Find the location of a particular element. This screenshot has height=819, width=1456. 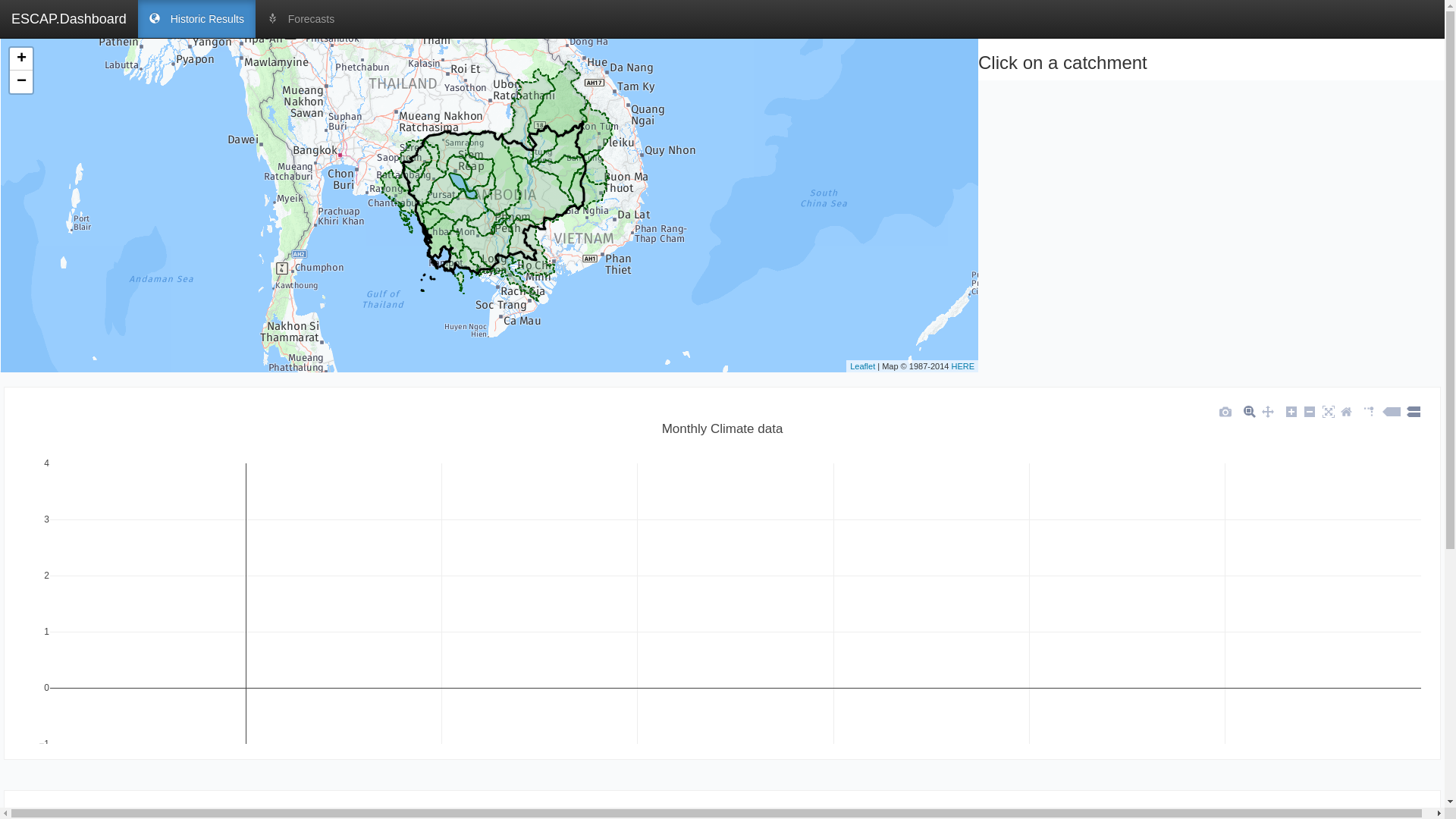

'HERE' is located at coordinates (962, 366).